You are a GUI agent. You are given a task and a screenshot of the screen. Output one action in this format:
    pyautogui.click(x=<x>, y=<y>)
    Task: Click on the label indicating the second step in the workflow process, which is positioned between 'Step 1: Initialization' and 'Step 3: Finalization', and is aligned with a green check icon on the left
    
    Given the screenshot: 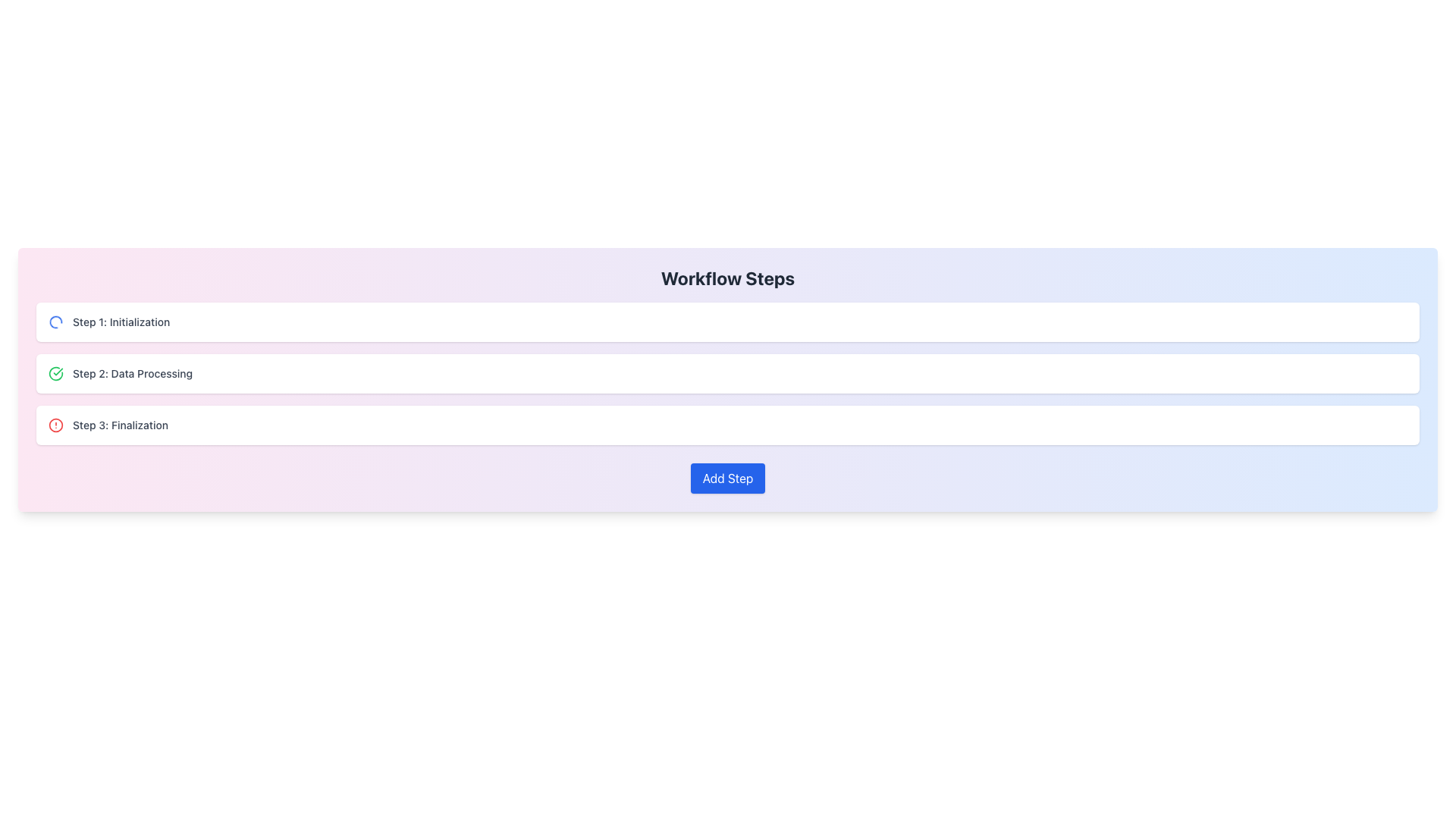 What is the action you would take?
    pyautogui.click(x=133, y=374)
    